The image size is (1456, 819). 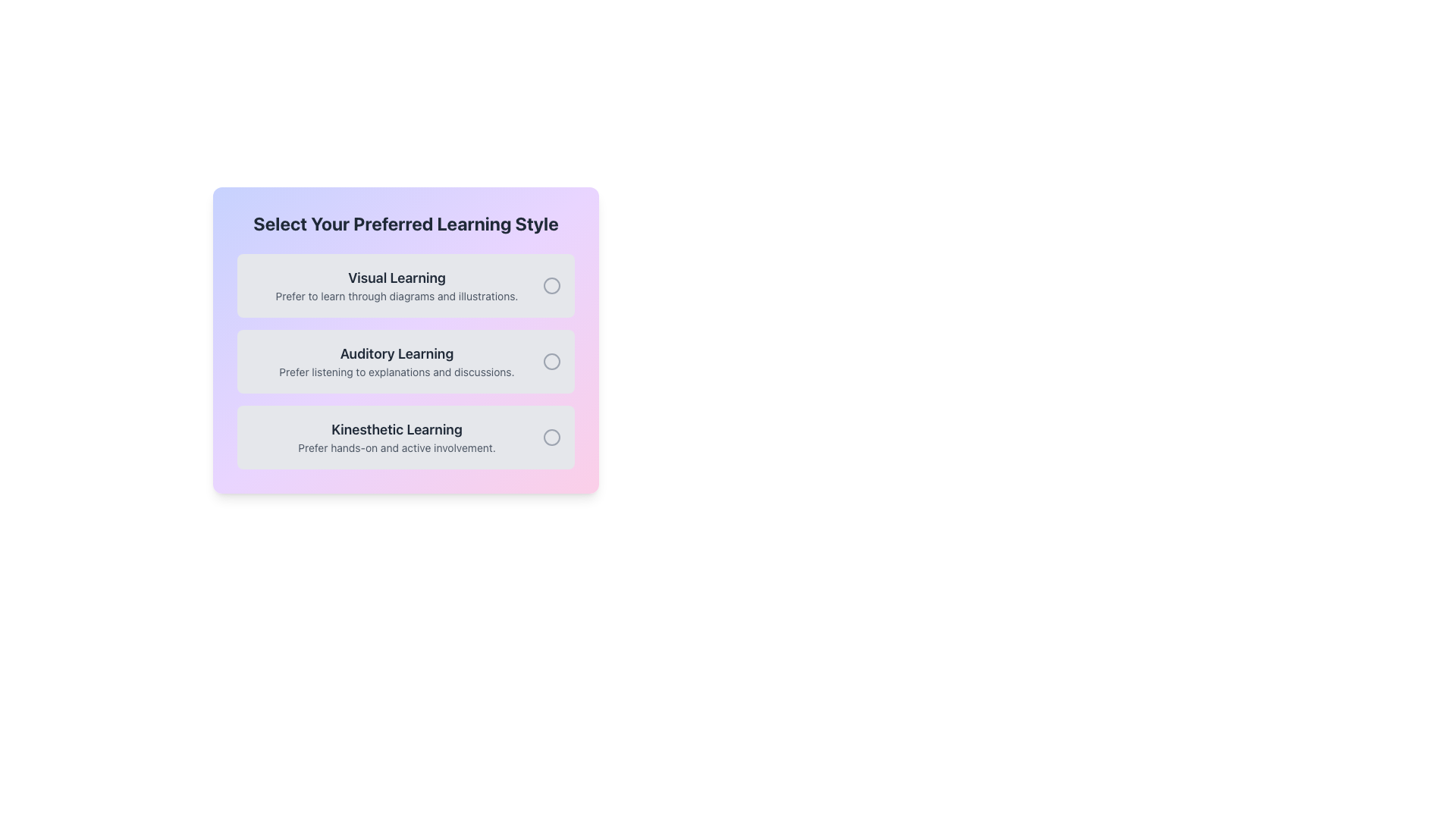 What do you see at coordinates (406, 438) in the screenshot?
I see `the Interactive card for 'Kinesthetic Learning' preference, which is the third card in the list of learning style preferences` at bounding box center [406, 438].